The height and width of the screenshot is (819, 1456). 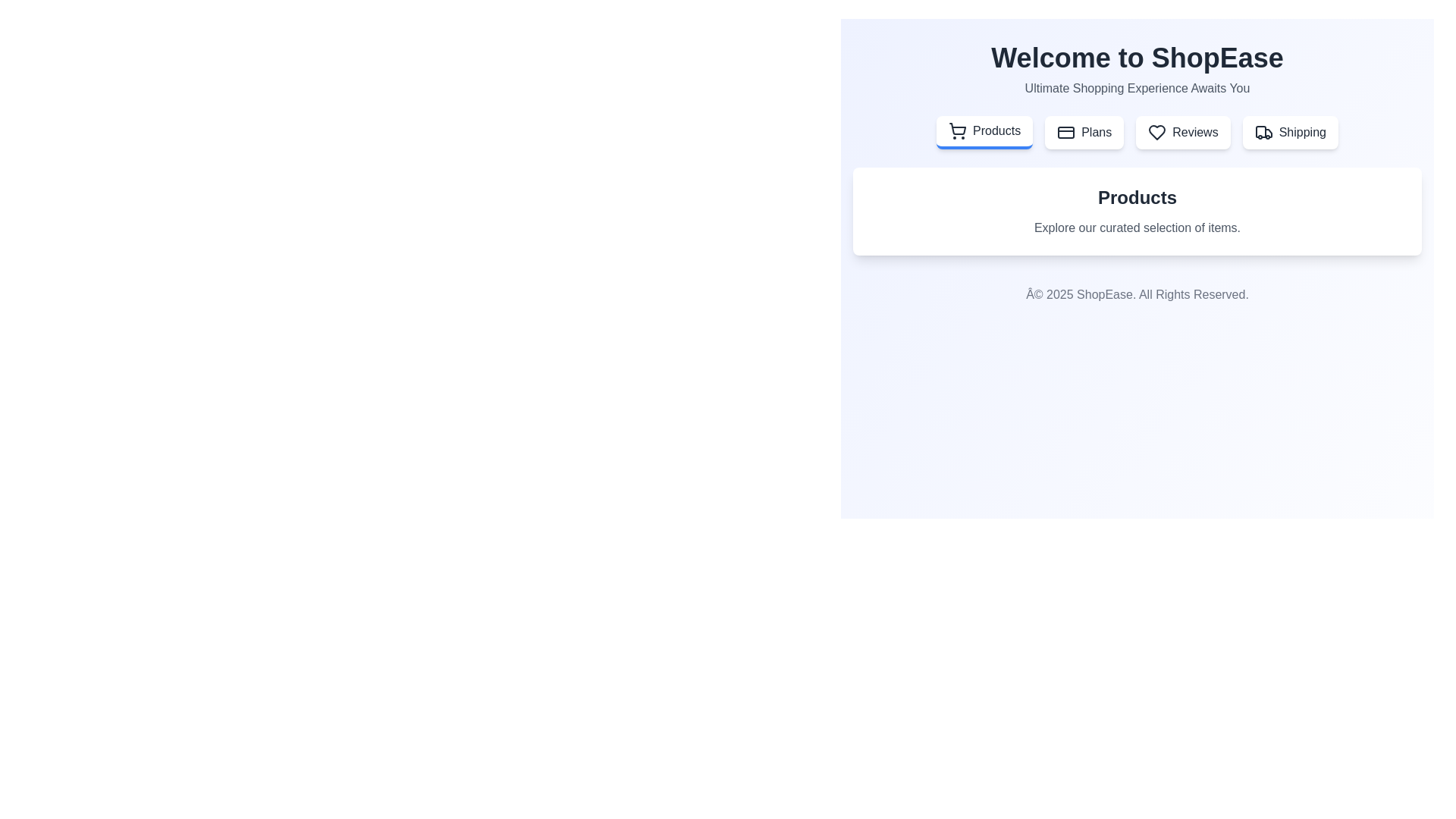 What do you see at coordinates (996, 130) in the screenshot?
I see `the 'Products' button in the top navigation bar, which is labeled by the text element located on its right-hand side` at bounding box center [996, 130].